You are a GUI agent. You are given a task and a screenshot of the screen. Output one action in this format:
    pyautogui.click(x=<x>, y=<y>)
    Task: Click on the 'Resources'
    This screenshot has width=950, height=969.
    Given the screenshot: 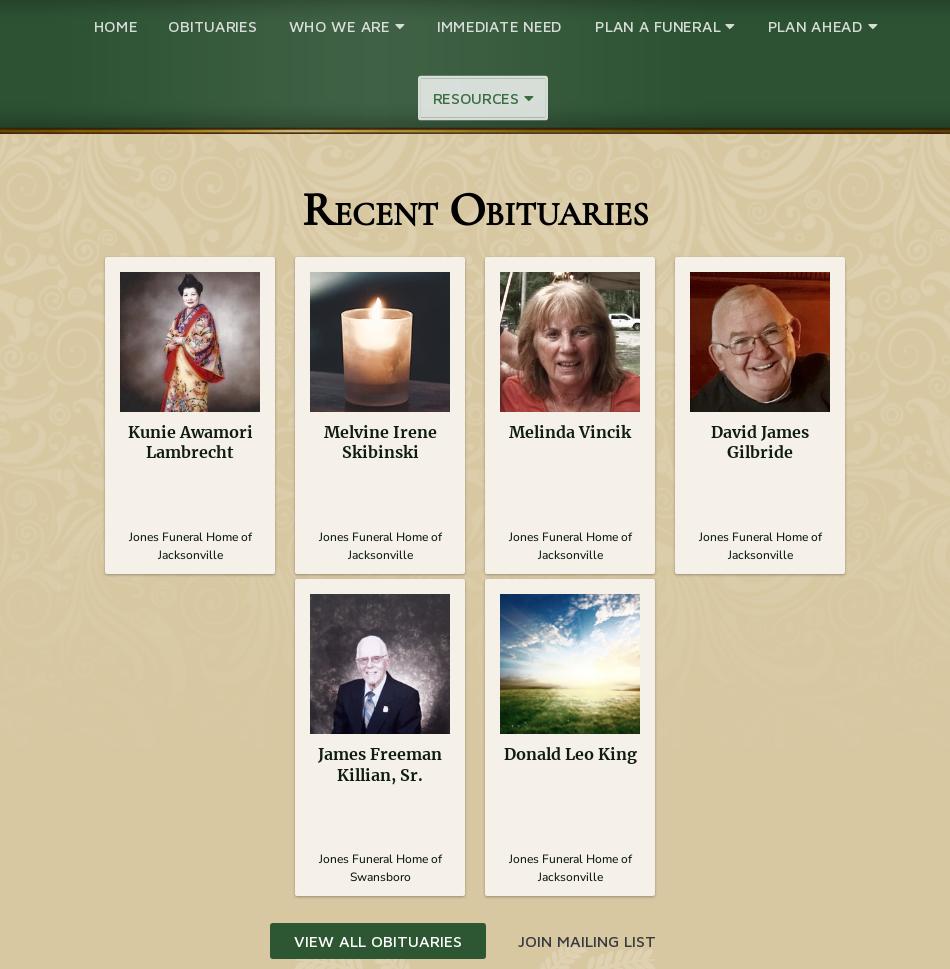 What is the action you would take?
    pyautogui.click(x=477, y=97)
    